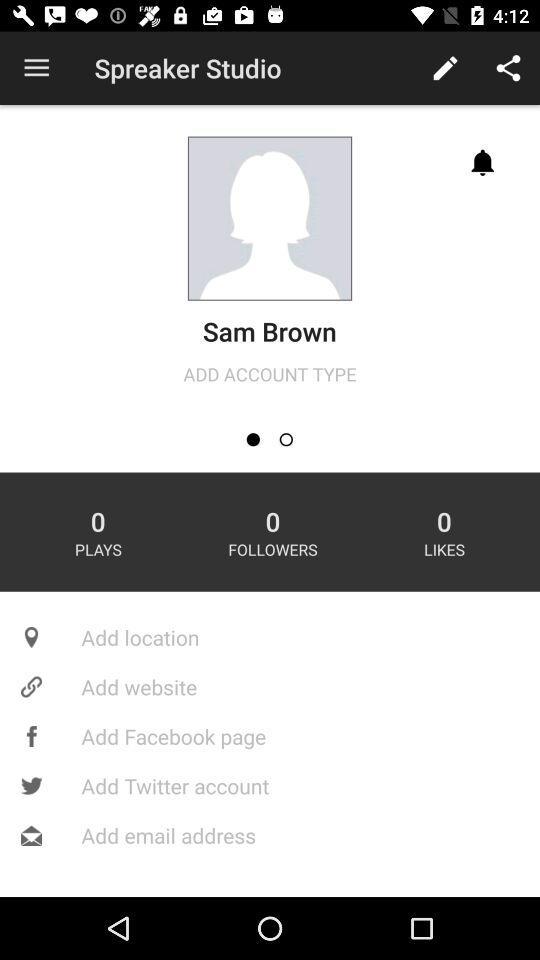 This screenshot has height=960, width=540. I want to click on app next to the spreaker studio item, so click(36, 68).